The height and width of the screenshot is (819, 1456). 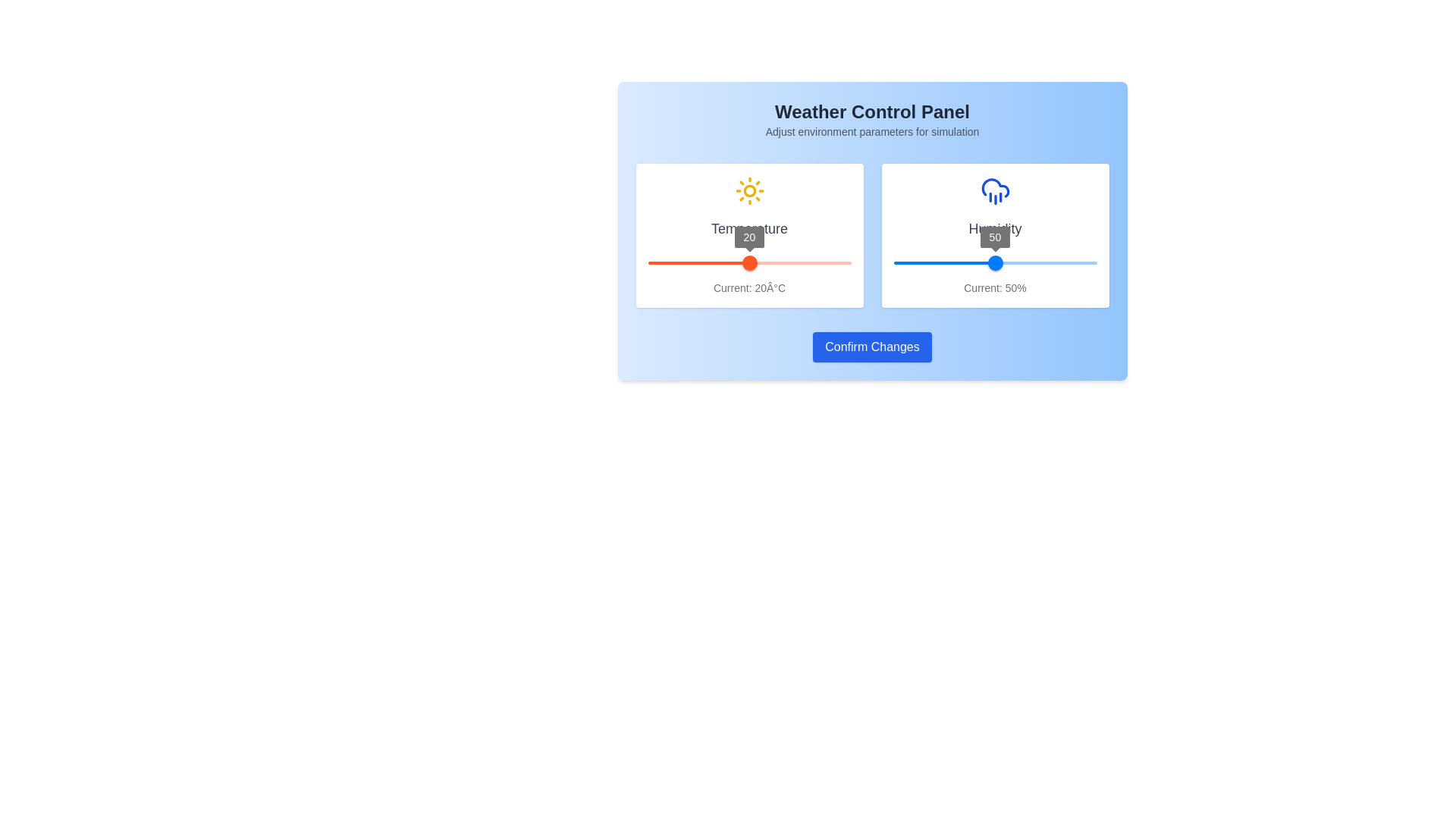 What do you see at coordinates (706, 262) in the screenshot?
I see `the temperature slider` at bounding box center [706, 262].